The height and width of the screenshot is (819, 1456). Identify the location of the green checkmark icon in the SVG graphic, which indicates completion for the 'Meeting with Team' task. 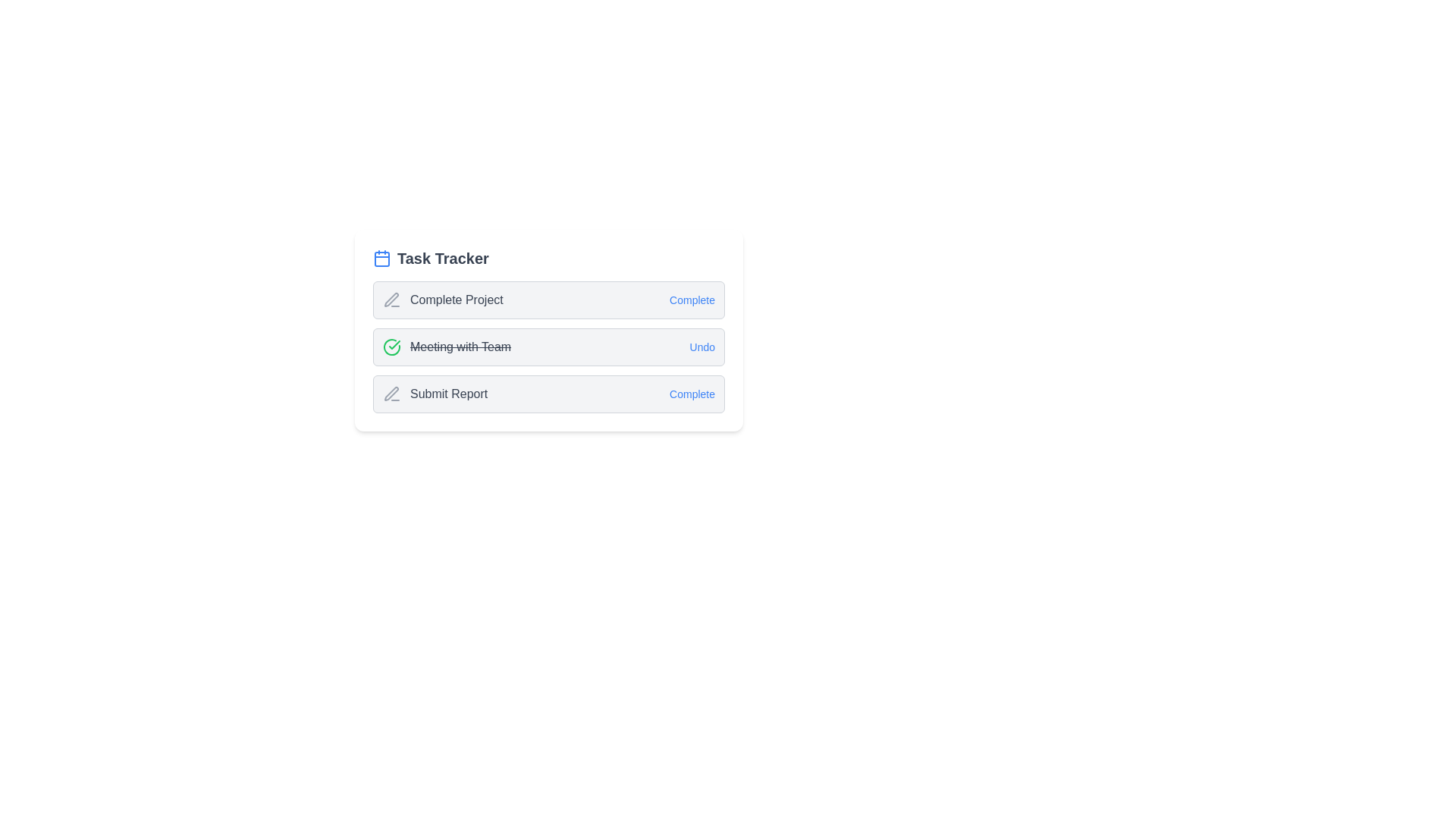
(394, 345).